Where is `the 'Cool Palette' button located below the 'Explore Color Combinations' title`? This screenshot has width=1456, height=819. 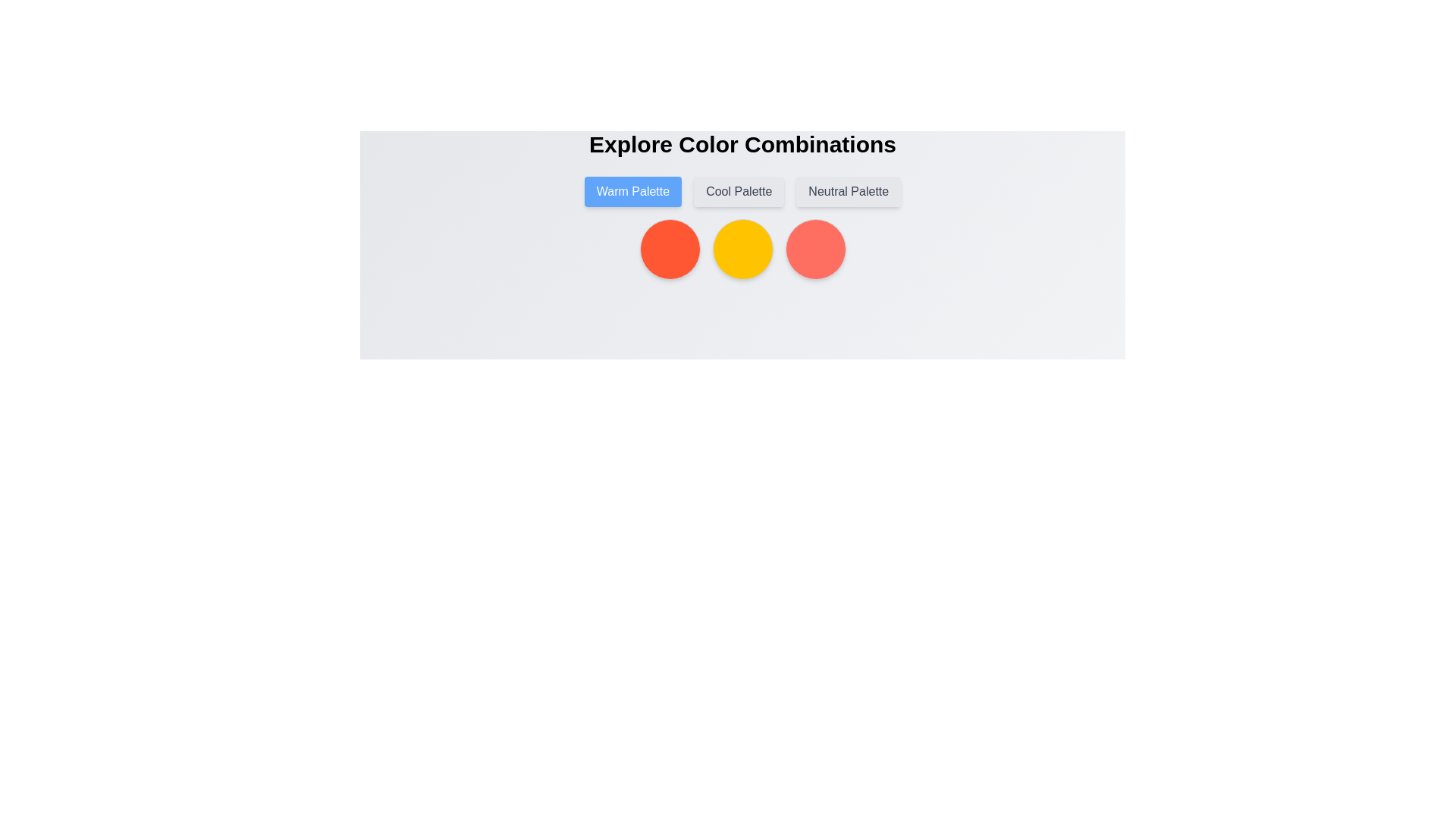
the 'Cool Palette' button located below the 'Explore Color Combinations' title is located at coordinates (742, 191).